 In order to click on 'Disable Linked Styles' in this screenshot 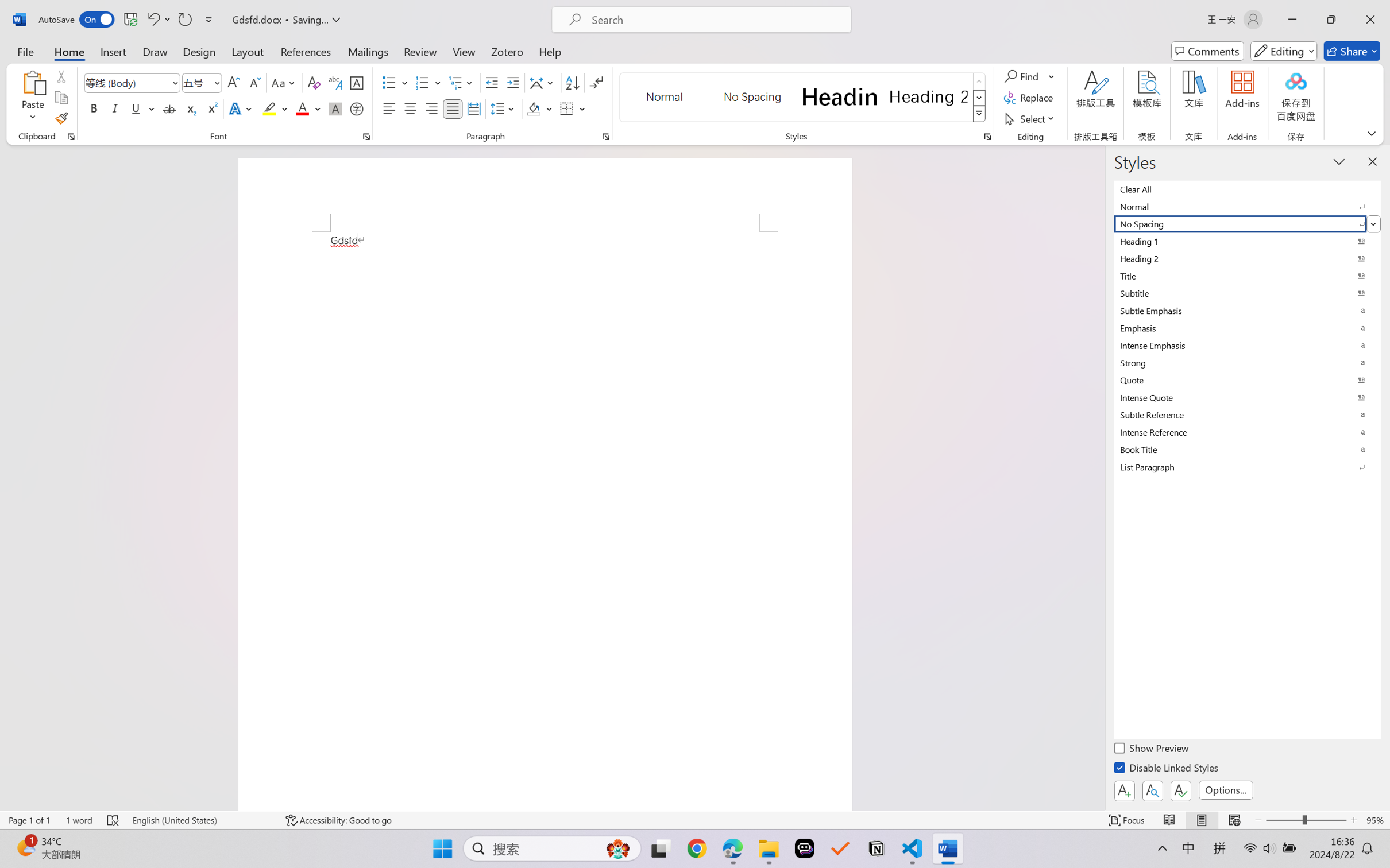, I will do `click(1167, 769)`.